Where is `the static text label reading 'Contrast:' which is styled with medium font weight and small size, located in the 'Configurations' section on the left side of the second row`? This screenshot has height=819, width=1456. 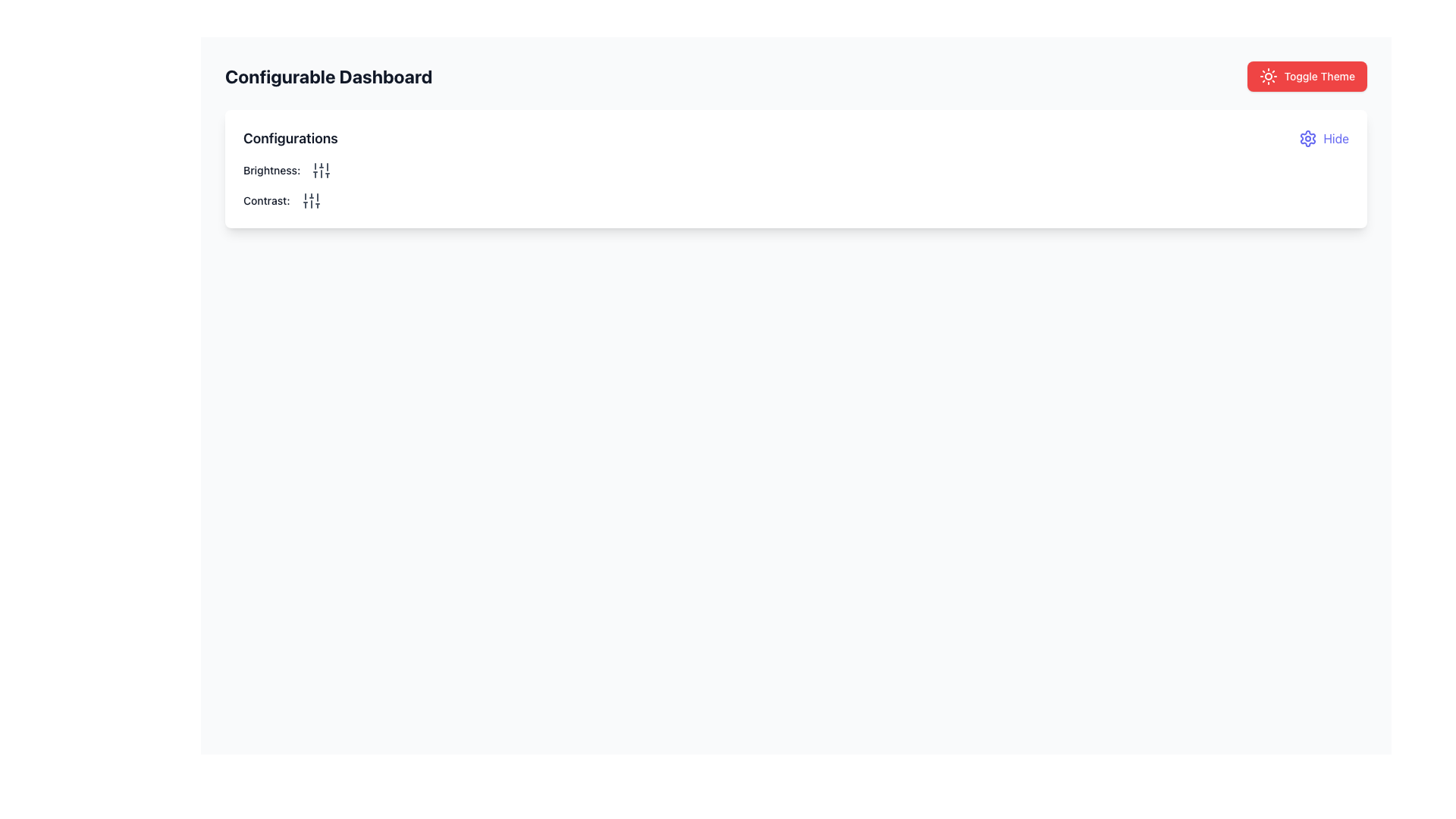 the static text label reading 'Contrast:' which is styled with medium font weight and small size, located in the 'Configurations' section on the left side of the second row is located at coordinates (266, 200).